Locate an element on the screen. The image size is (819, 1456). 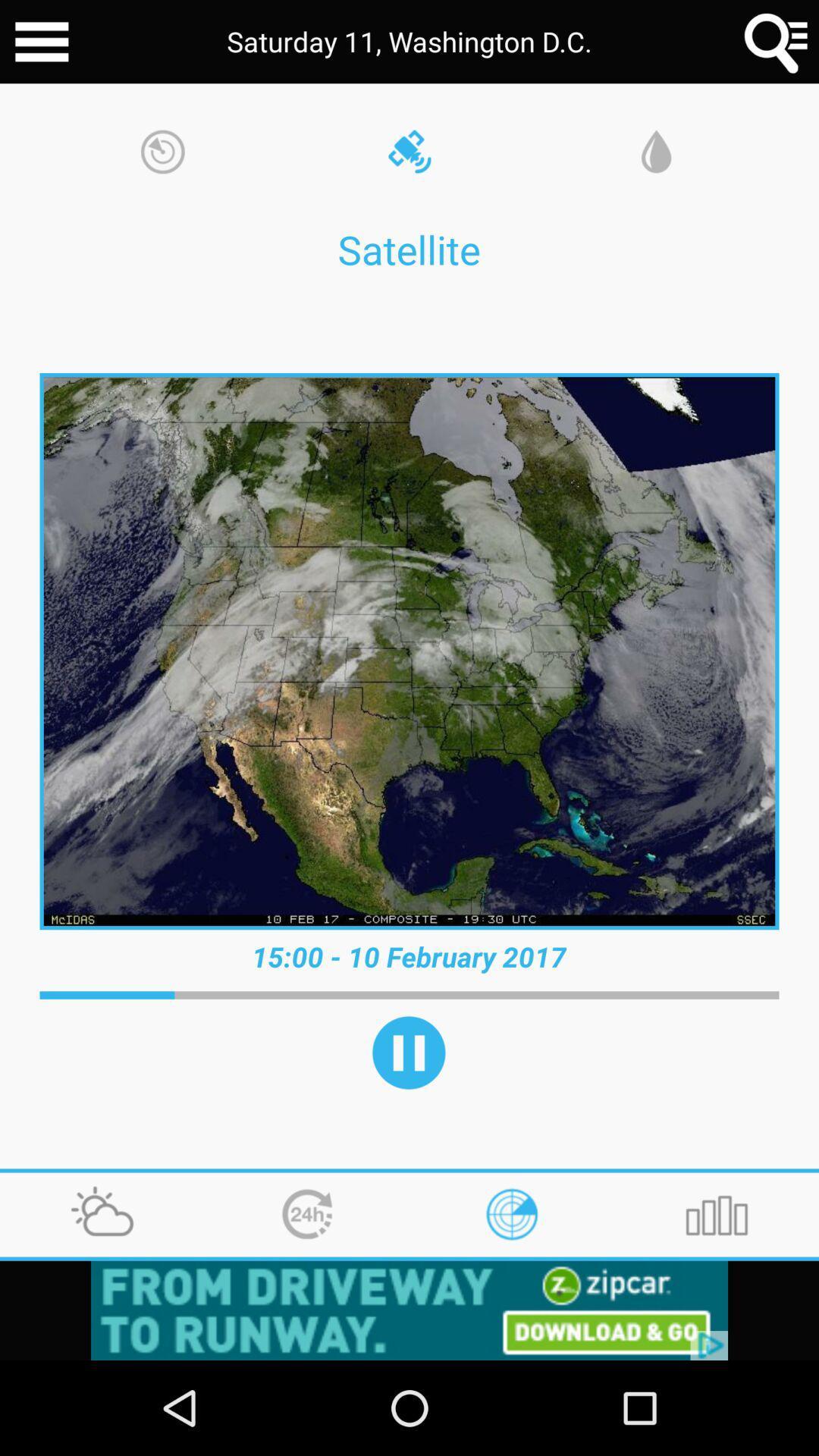
all is located at coordinates (41, 42).